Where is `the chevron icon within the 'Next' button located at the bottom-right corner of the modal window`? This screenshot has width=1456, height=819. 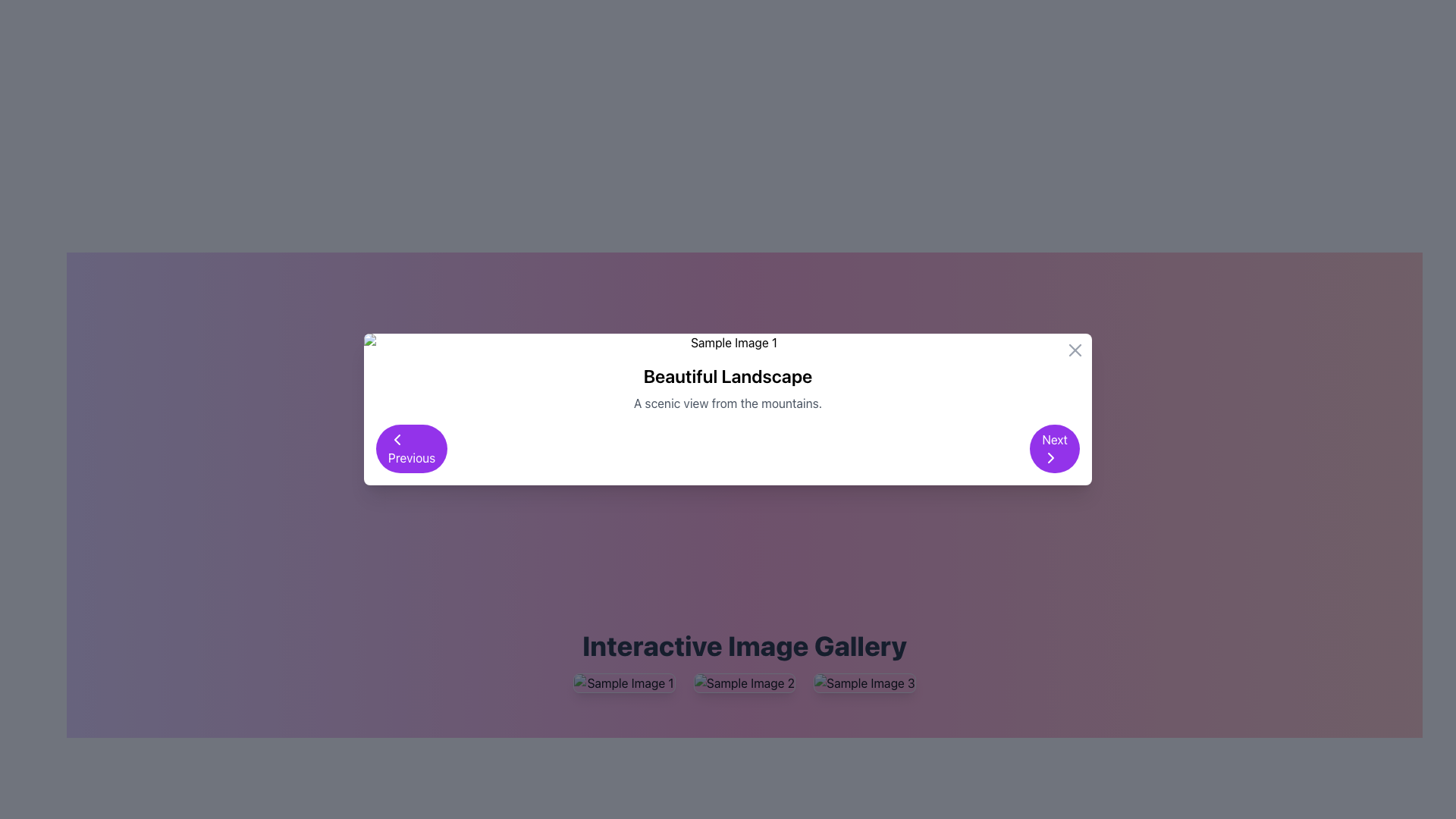 the chevron icon within the 'Next' button located at the bottom-right corner of the modal window is located at coordinates (1050, 457).